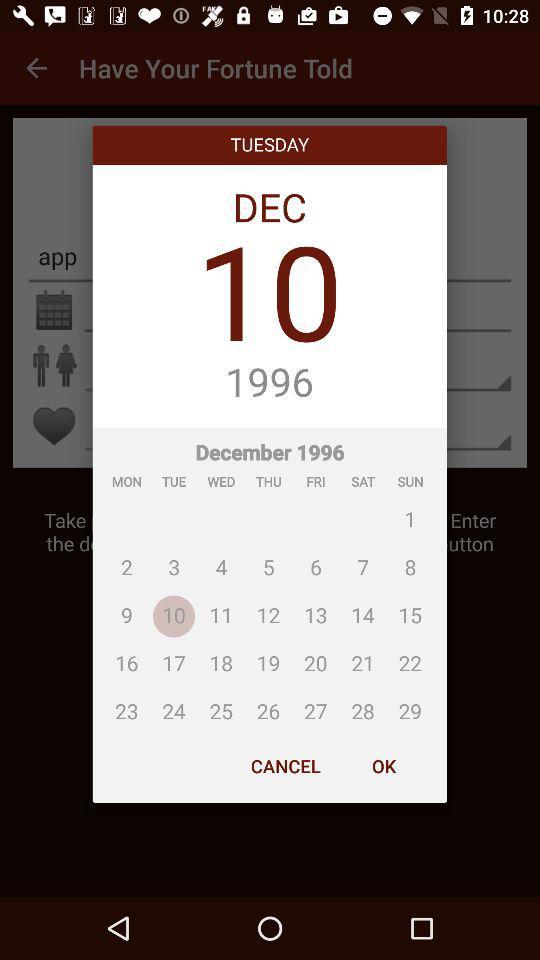 The height and width of the screenshot is (960, 540). Describe the element at coordinates (269, 382) in the screenshot. I see `the 1996` at that location.